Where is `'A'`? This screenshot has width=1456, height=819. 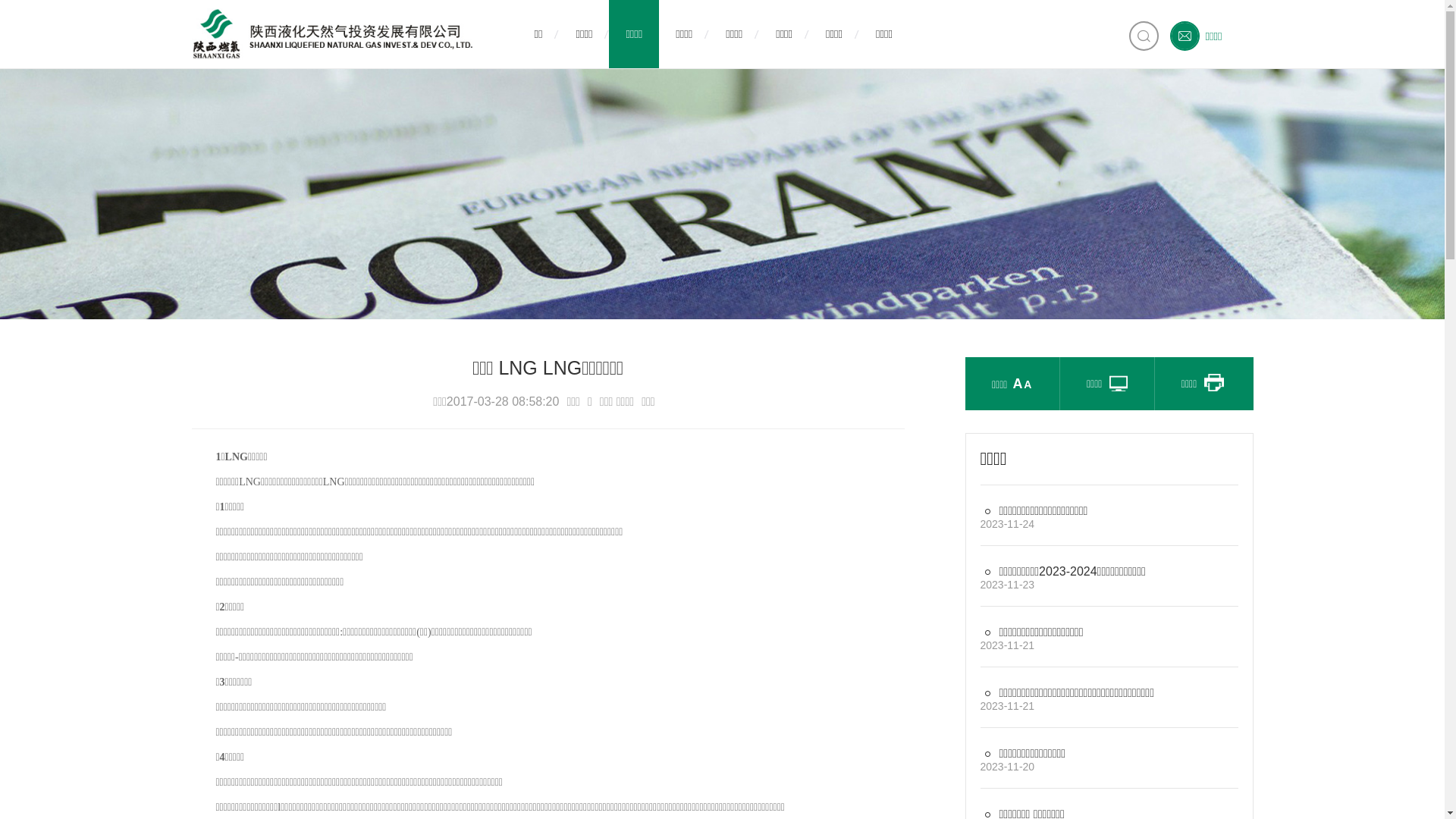
'A' is located at coordinates (1017, 382).